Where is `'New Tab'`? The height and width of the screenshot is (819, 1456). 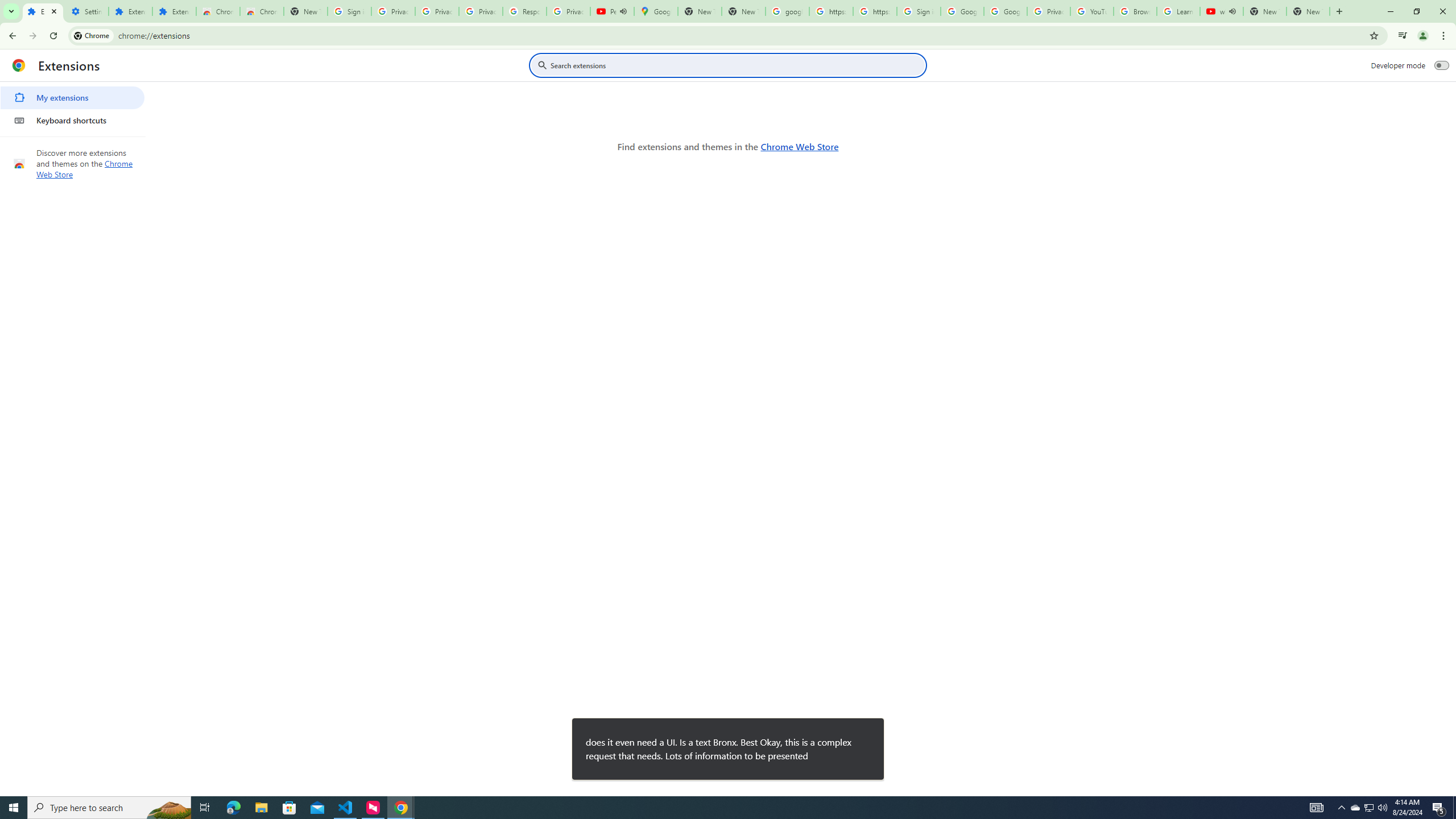
'New Tab' is located at coordinates (1308, 11).